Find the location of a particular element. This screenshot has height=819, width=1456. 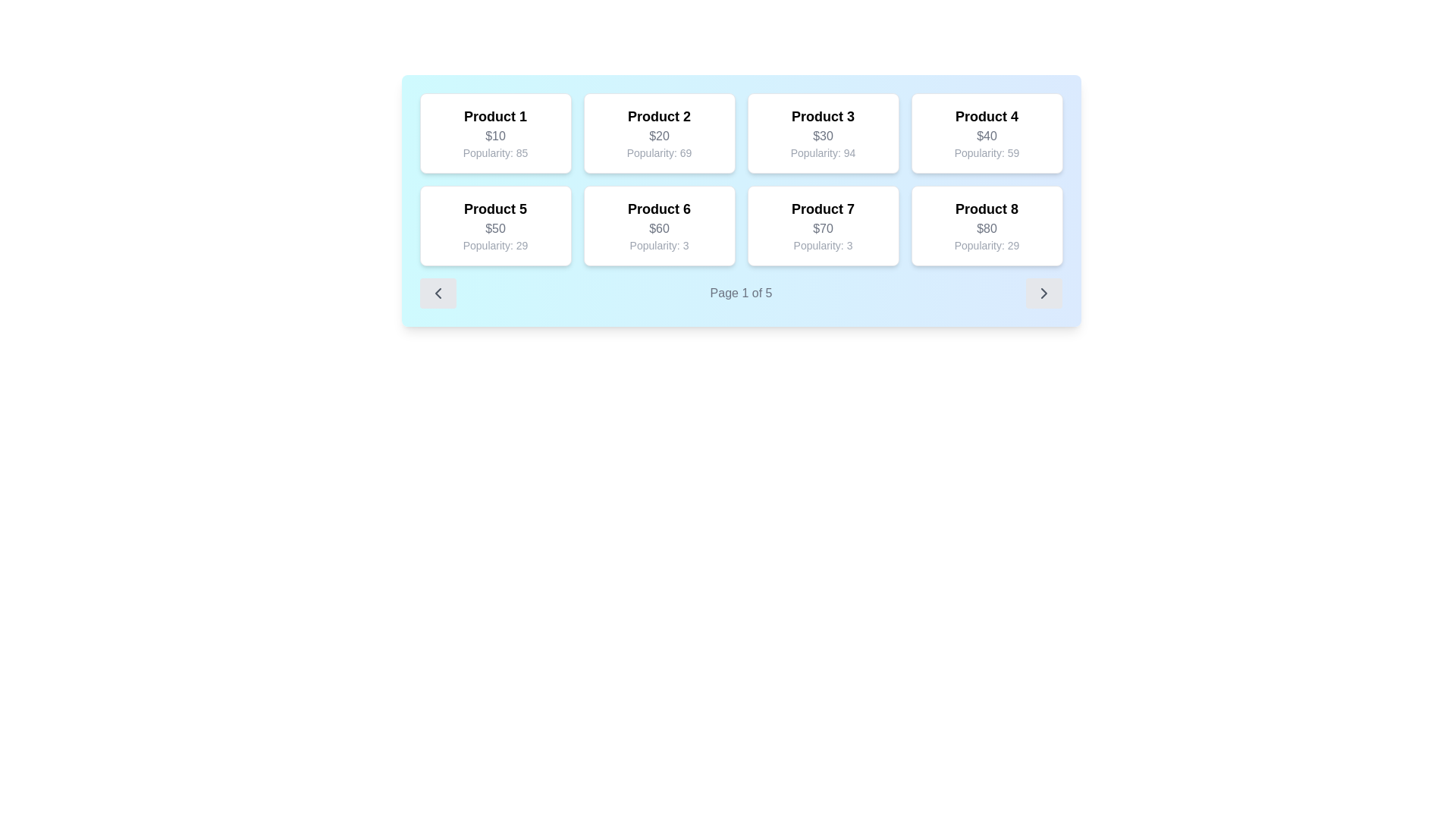

the static text label displaying the price of 'Product 2', which is located below the title and above the popularity label in the second column of the product card is located at coordinates (659, 136).